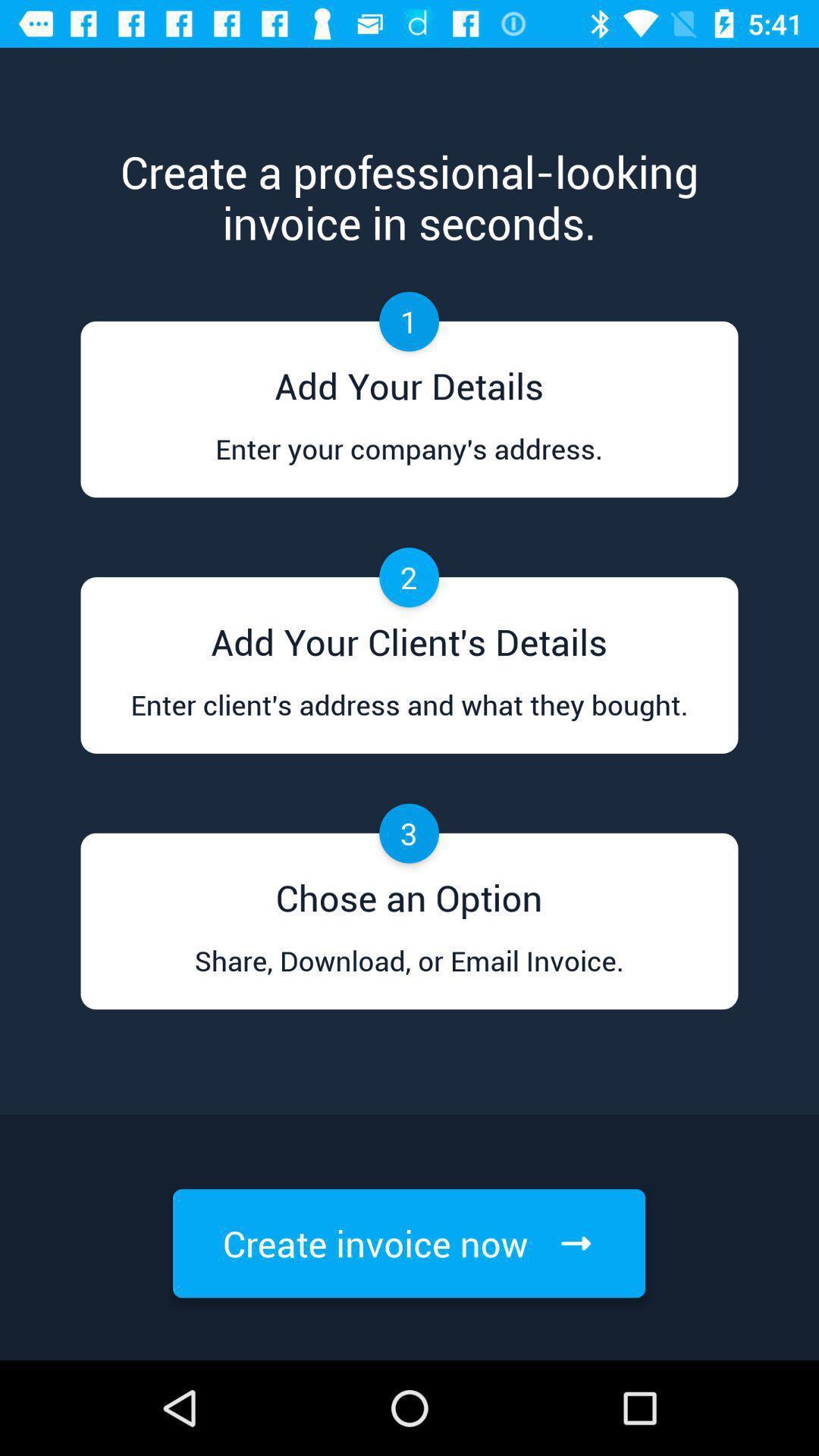  I want to click on the last text in the page, so click(408, 1244).